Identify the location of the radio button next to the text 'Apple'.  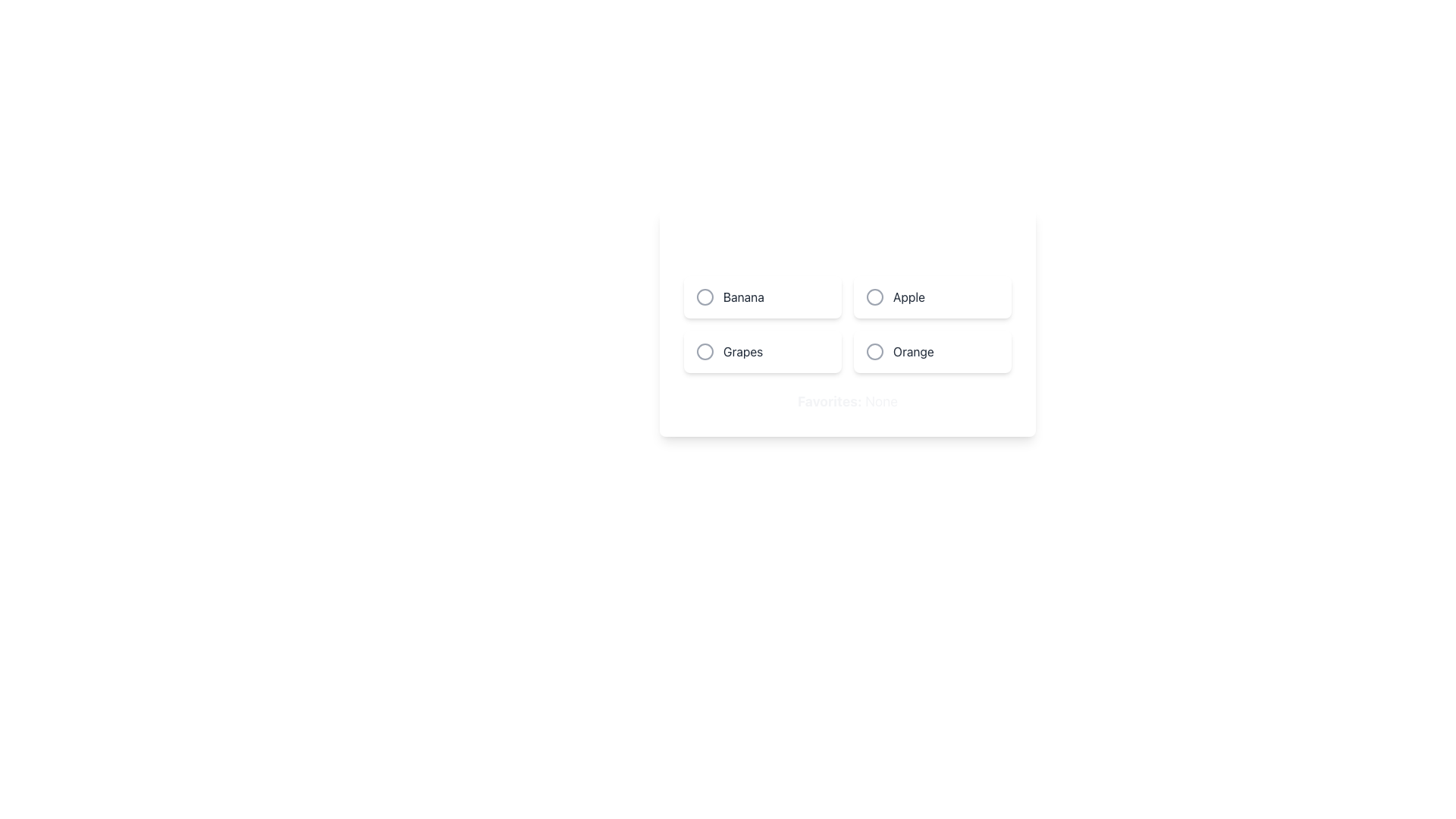
(874, 297).